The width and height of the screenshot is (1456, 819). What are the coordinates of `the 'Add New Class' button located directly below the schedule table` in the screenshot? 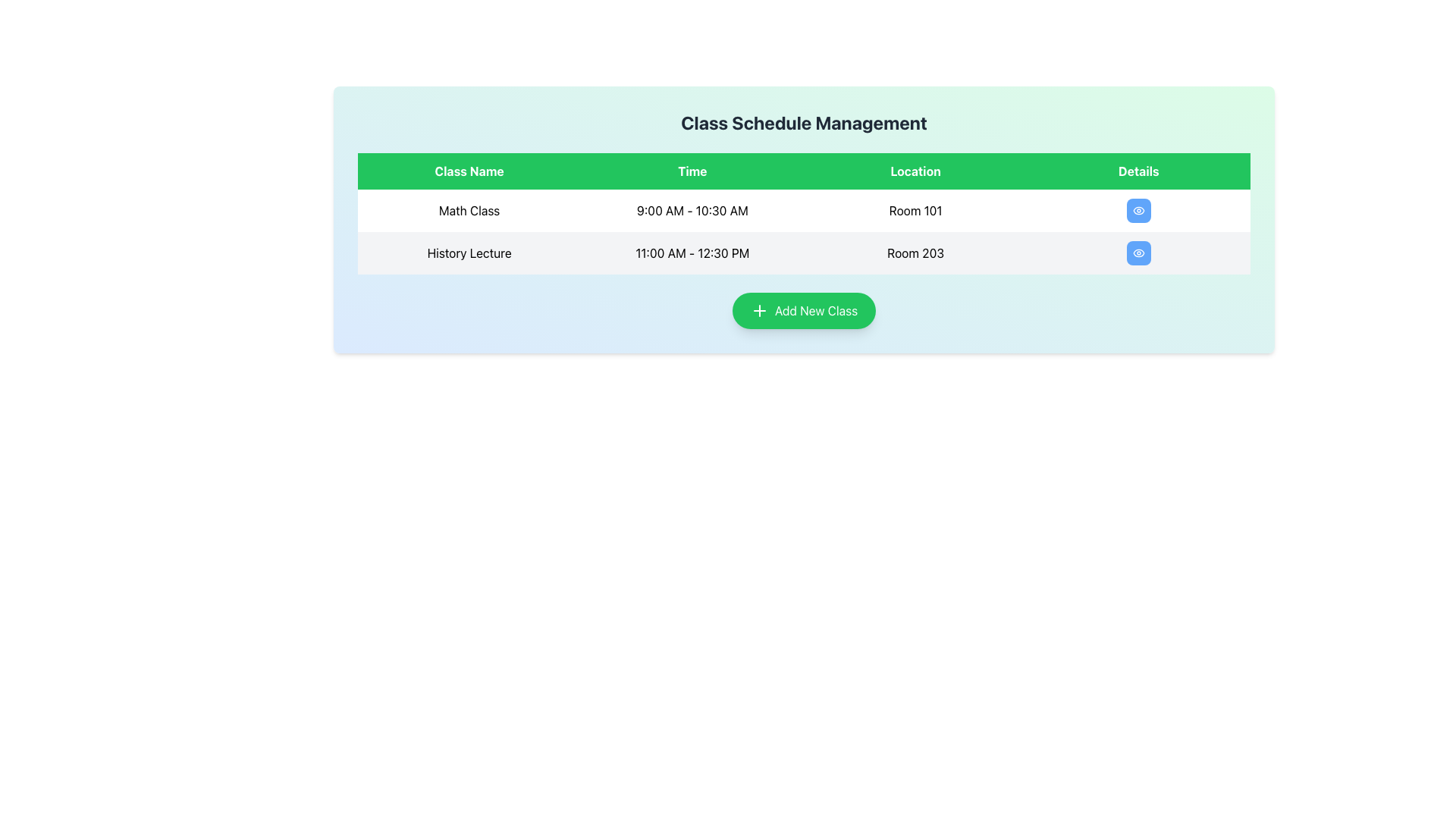 It's located at (803, 309).